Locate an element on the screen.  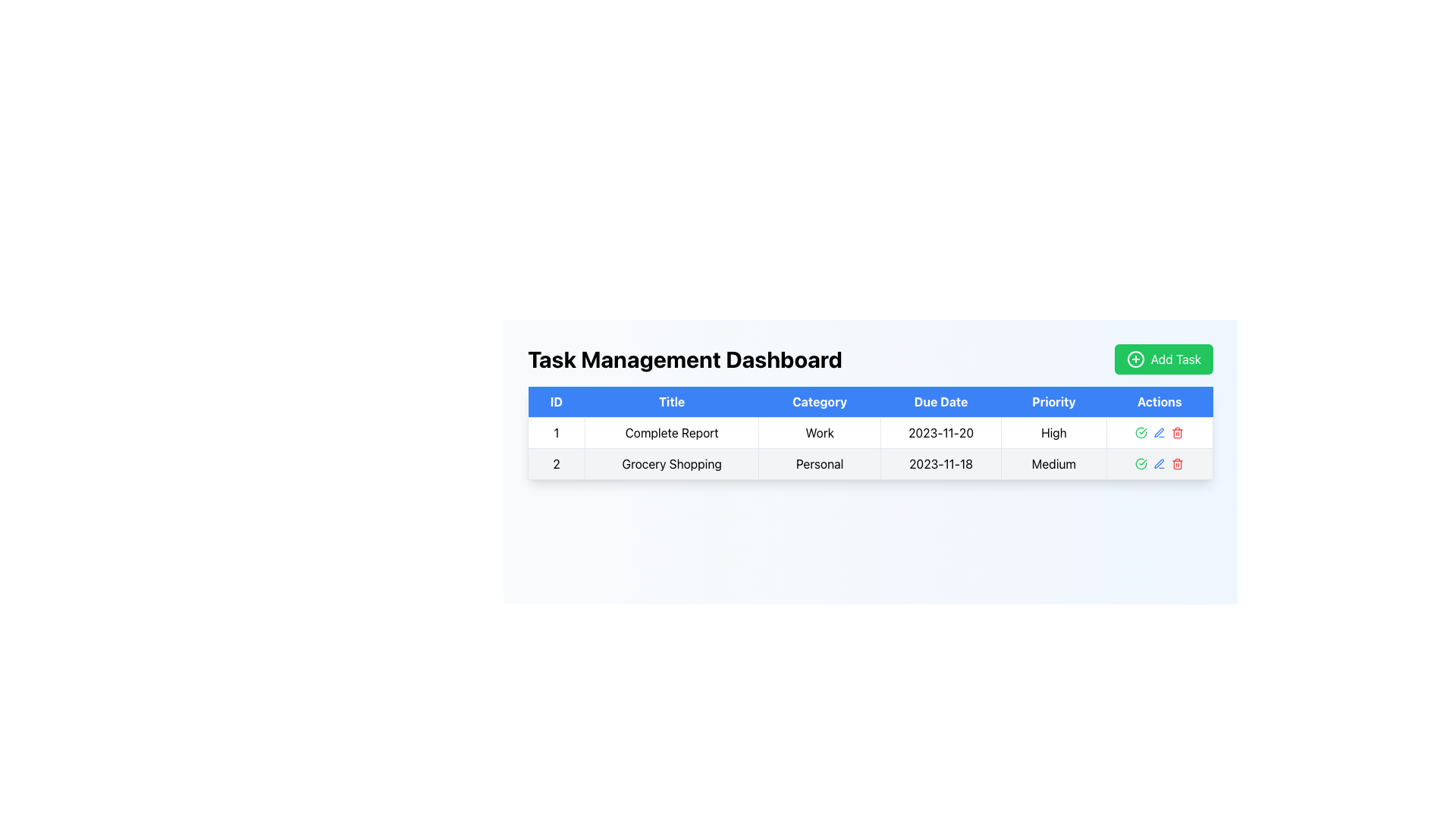
the text label 'Grocery Shopping' in the second column of the second row of the 'Task Management Dashboard' is located at coordinates (671, 463).